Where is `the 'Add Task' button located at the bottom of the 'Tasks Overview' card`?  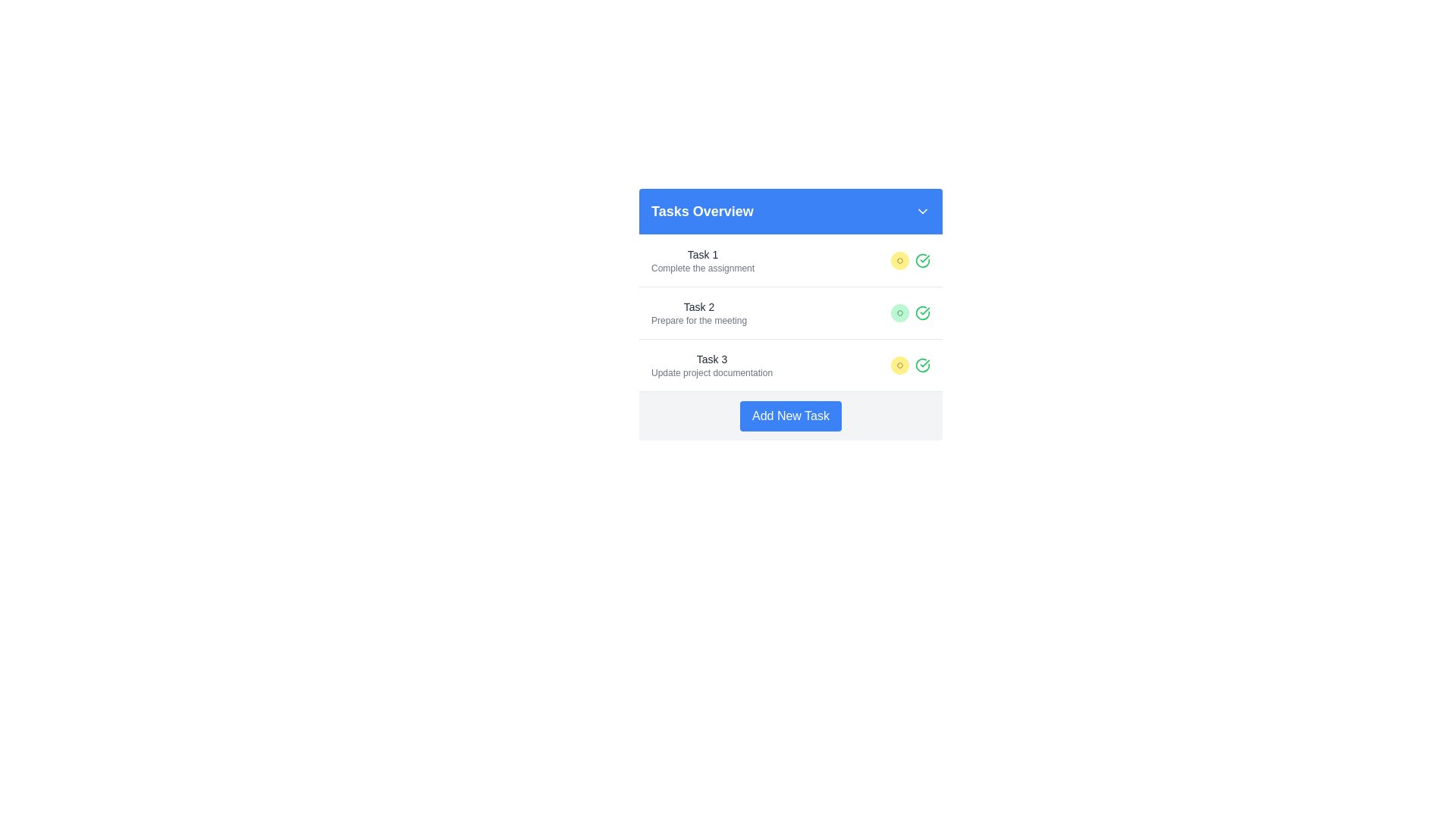 the 'Add Task' button located at the bottom of the 'Tasks Overview' card is located at coordinates (789, 416).